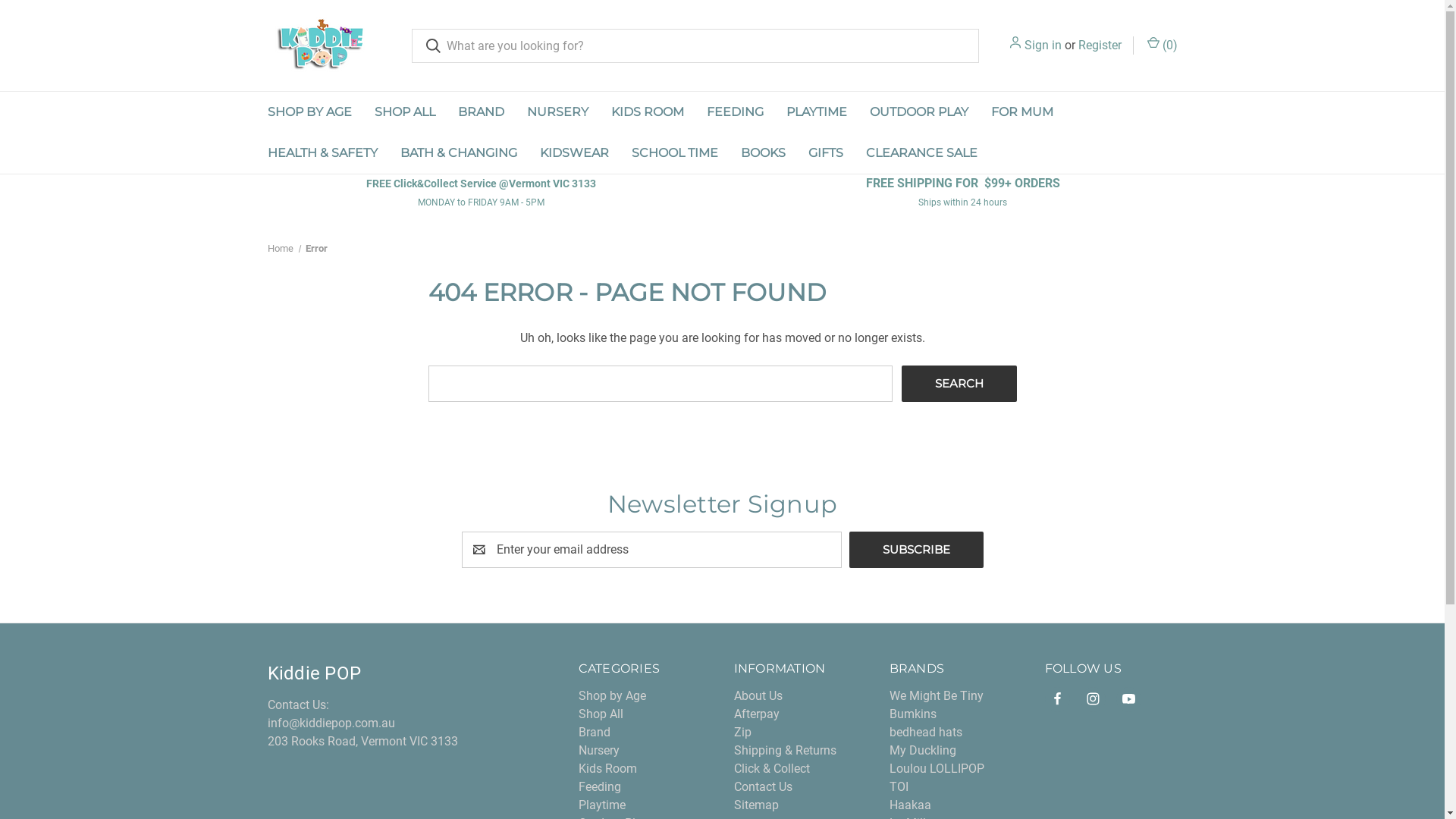  I want to click on 'TOI', so click(899, 786).